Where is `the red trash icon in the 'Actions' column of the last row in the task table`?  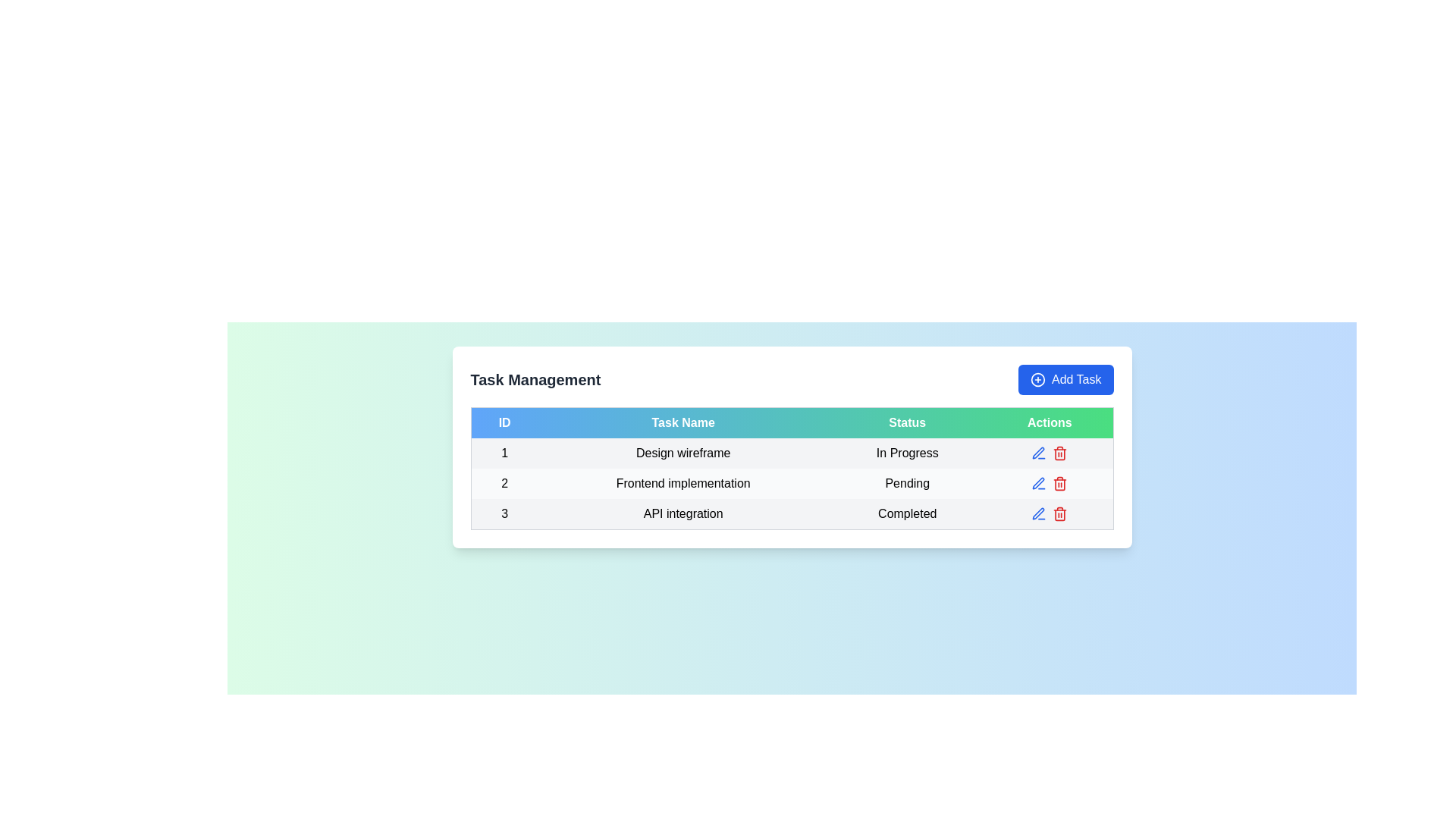 the red trash icon in the 'Actions' column of the last row in the task table is located at coordinates (1059, 513).